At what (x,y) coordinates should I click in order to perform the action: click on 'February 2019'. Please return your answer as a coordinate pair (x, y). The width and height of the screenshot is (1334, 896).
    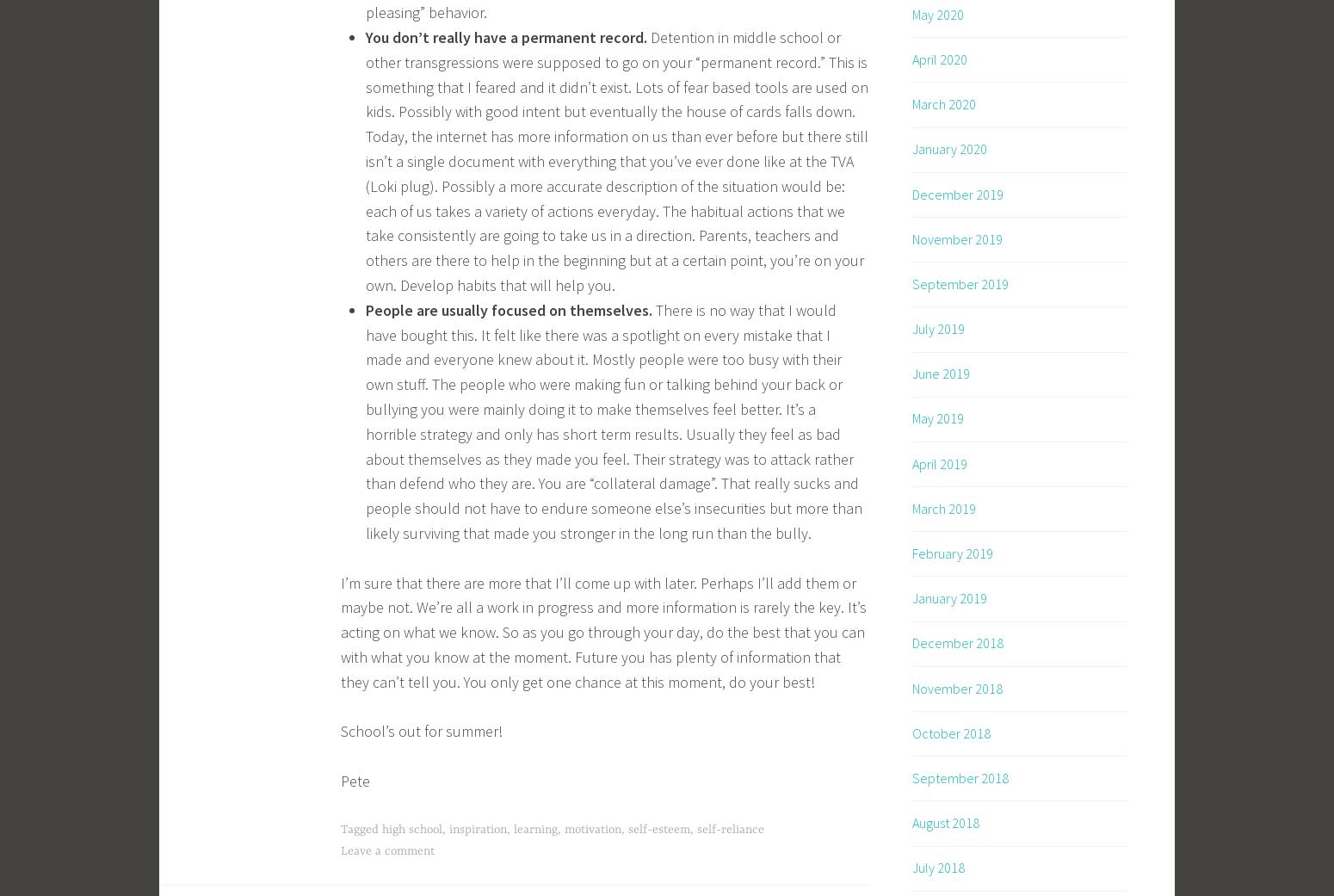
    Looking at the image, I should click on (952, 553).